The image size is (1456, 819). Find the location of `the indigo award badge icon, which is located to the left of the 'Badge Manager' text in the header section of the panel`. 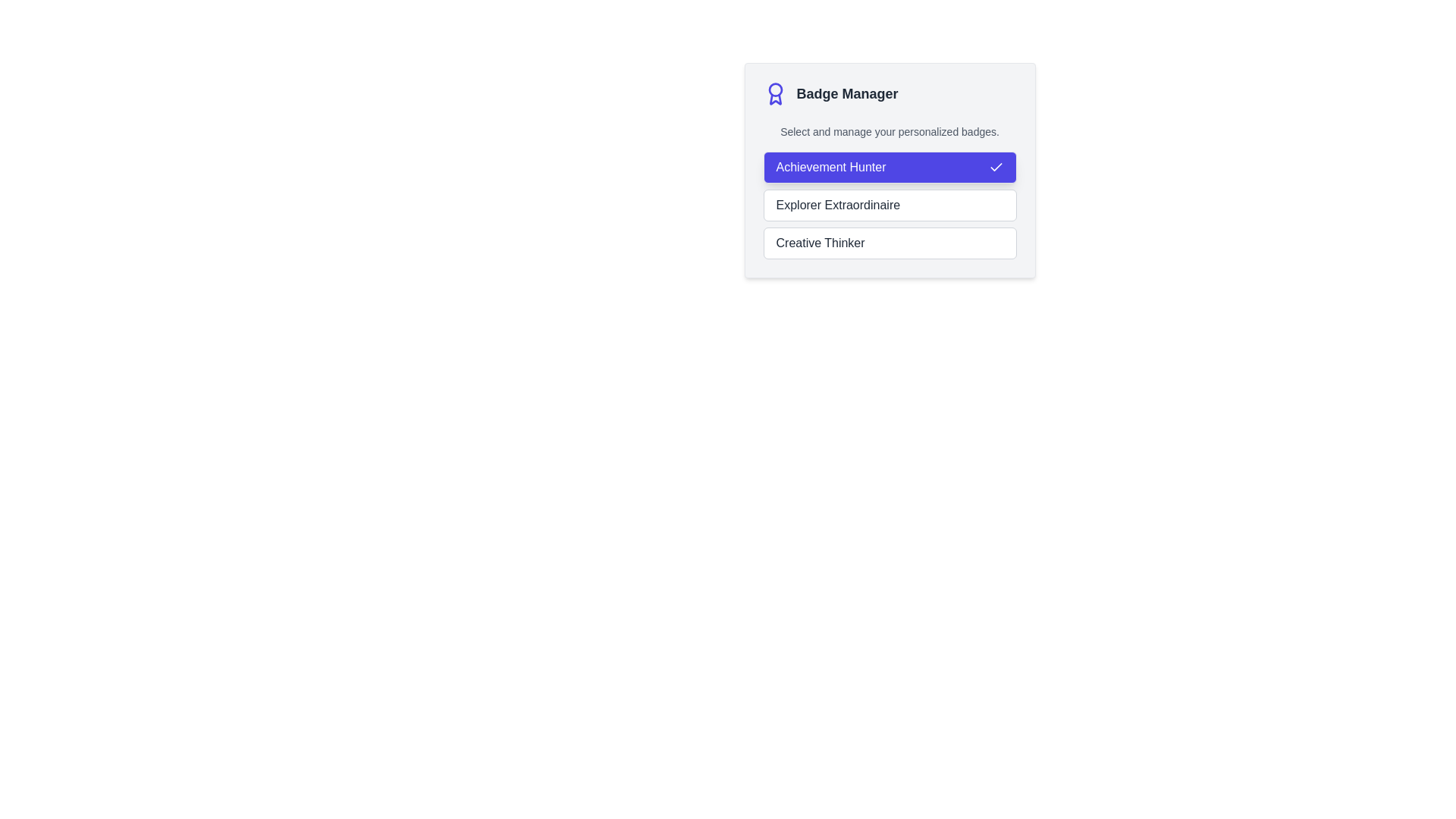

the indigo award badge icon, which is located to the left of the 'Badge Manager' text in the header section of the panel is located at coordinates (775, 93).